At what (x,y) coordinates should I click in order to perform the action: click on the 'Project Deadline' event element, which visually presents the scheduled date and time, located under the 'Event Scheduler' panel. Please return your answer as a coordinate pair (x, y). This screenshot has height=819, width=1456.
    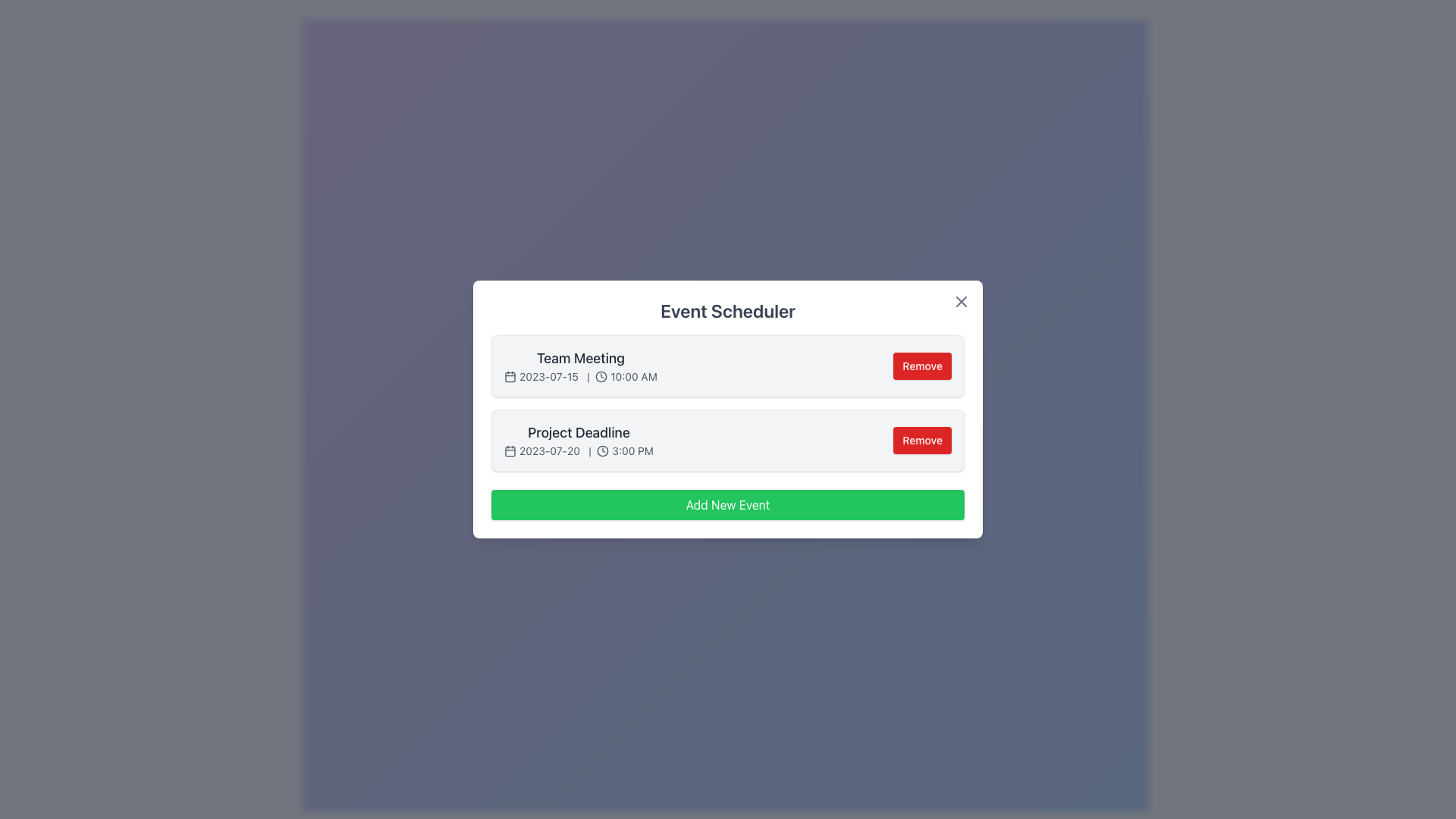
    Looking at the image, I should click on (578, 450).